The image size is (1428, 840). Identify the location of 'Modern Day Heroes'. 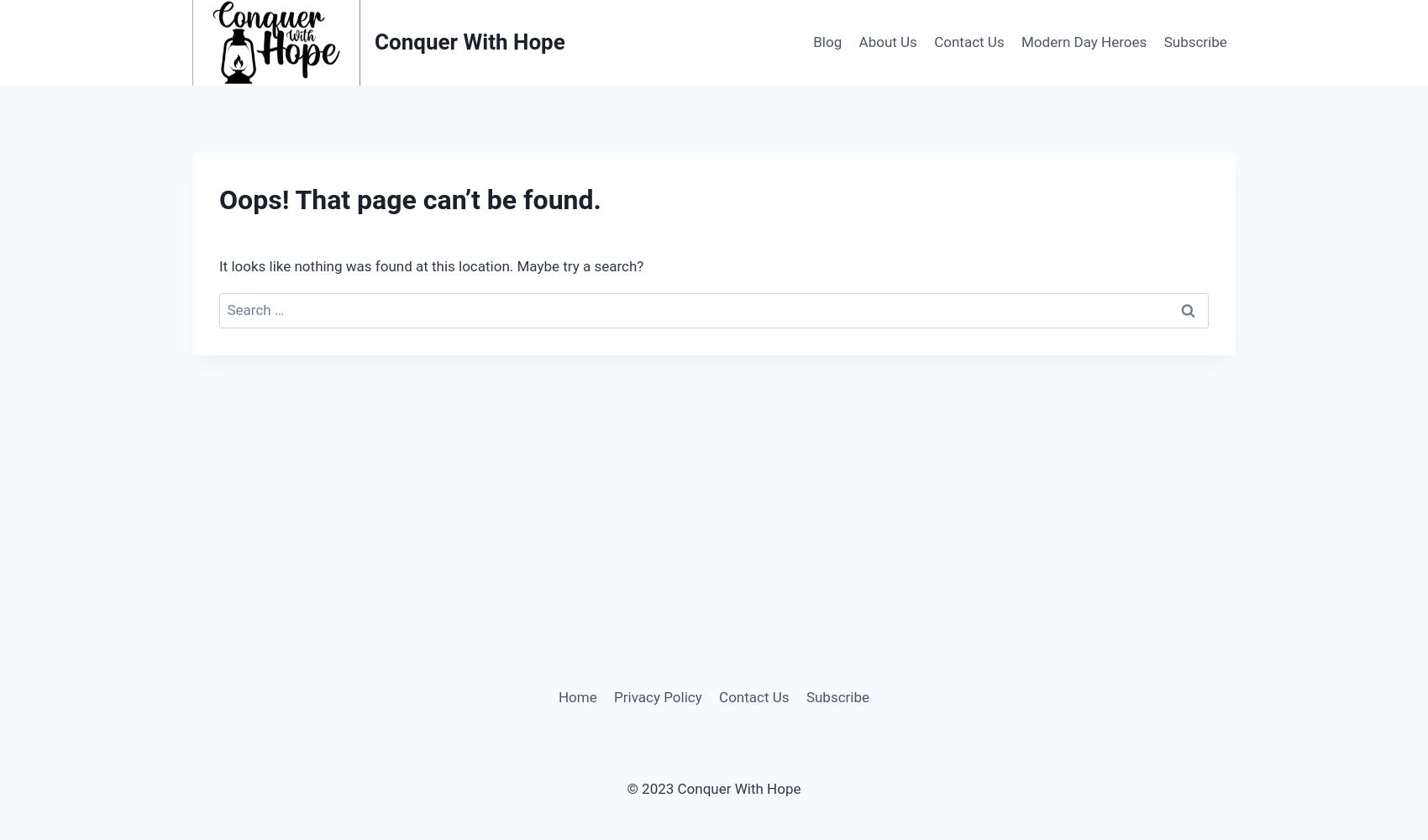
(1084, 42).